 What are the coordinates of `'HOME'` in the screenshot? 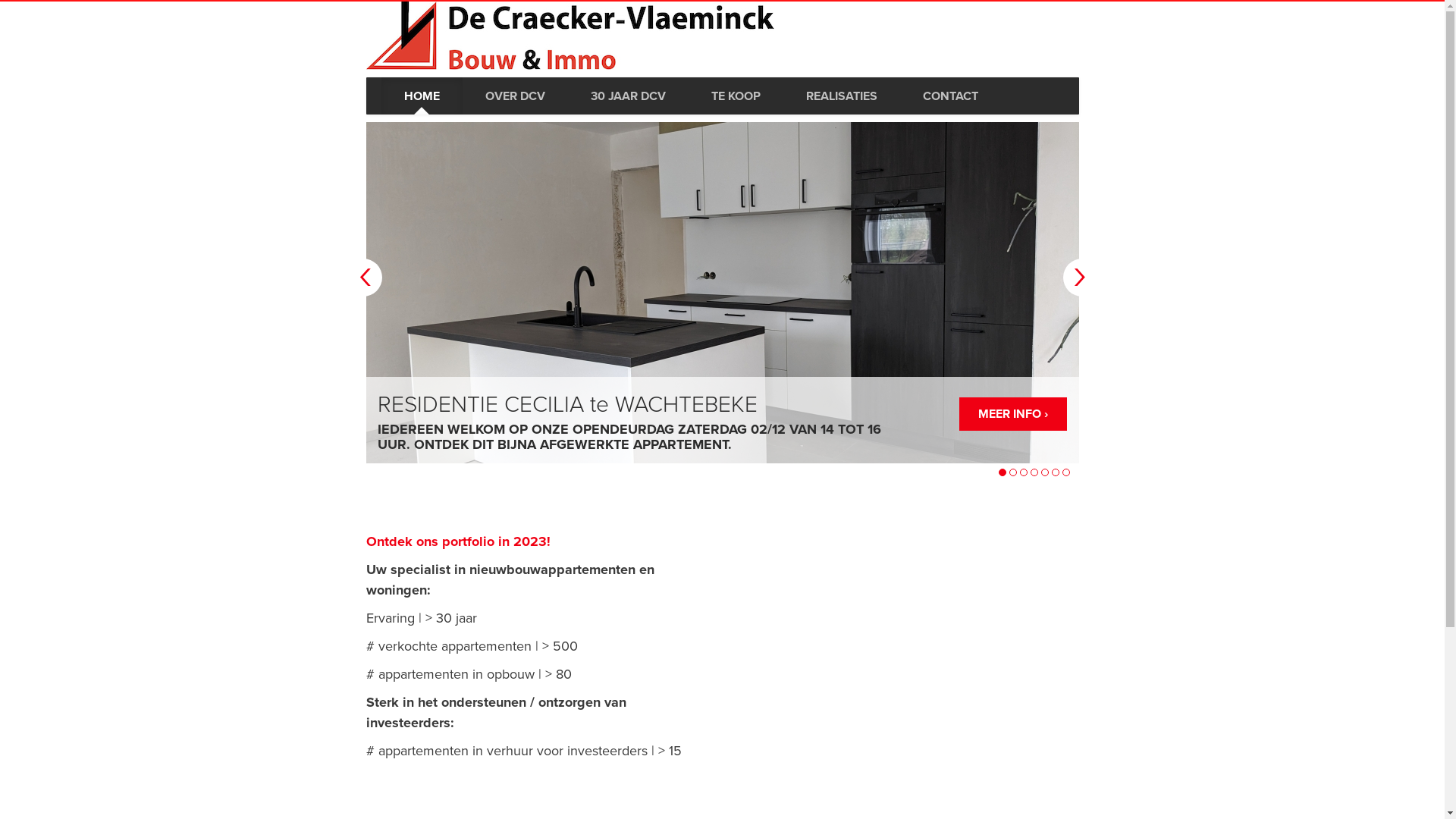 It's located at (421, 96).